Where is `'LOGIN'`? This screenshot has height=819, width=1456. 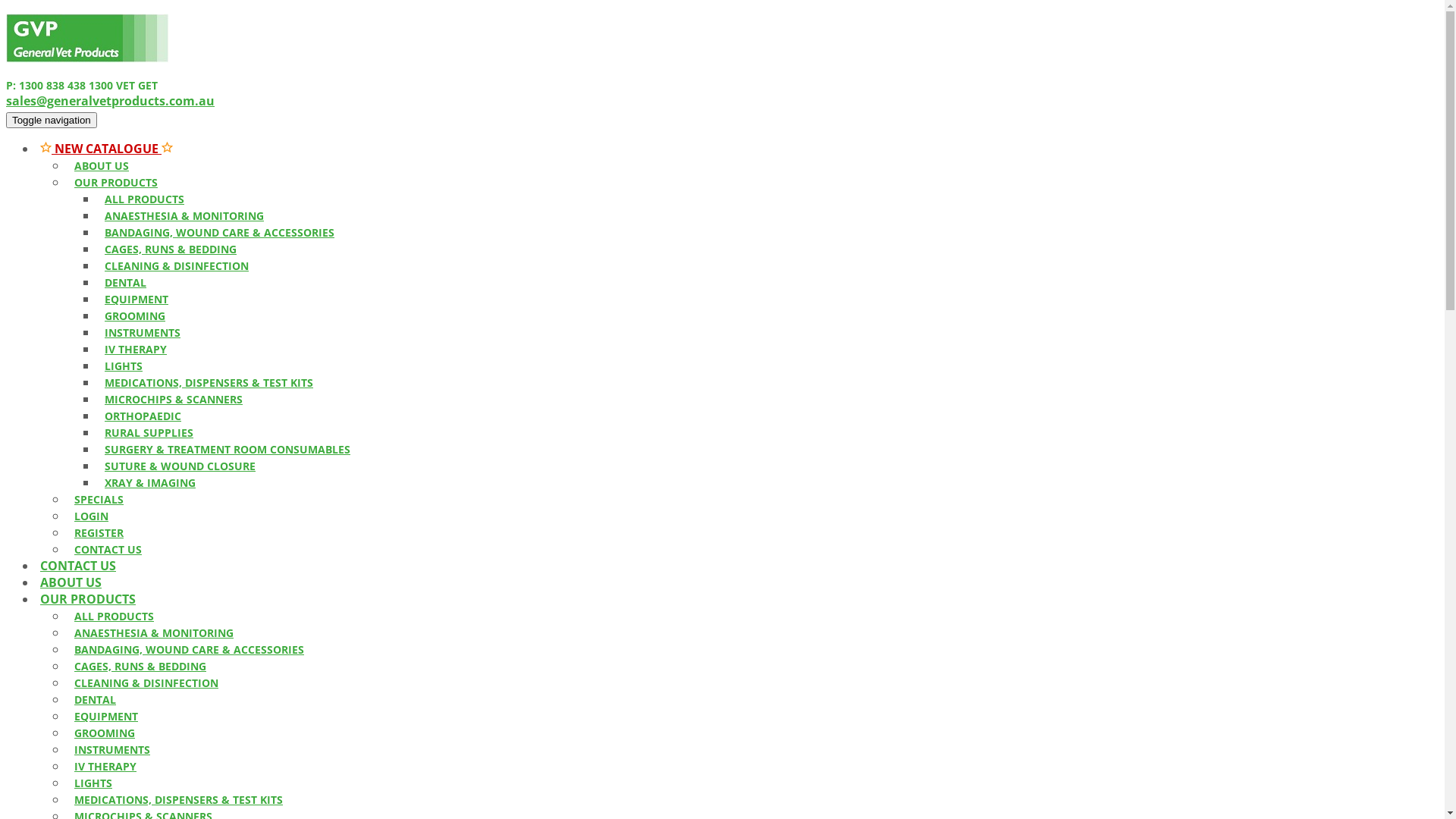 'LOGIN' is located at coordinates (90, 515).